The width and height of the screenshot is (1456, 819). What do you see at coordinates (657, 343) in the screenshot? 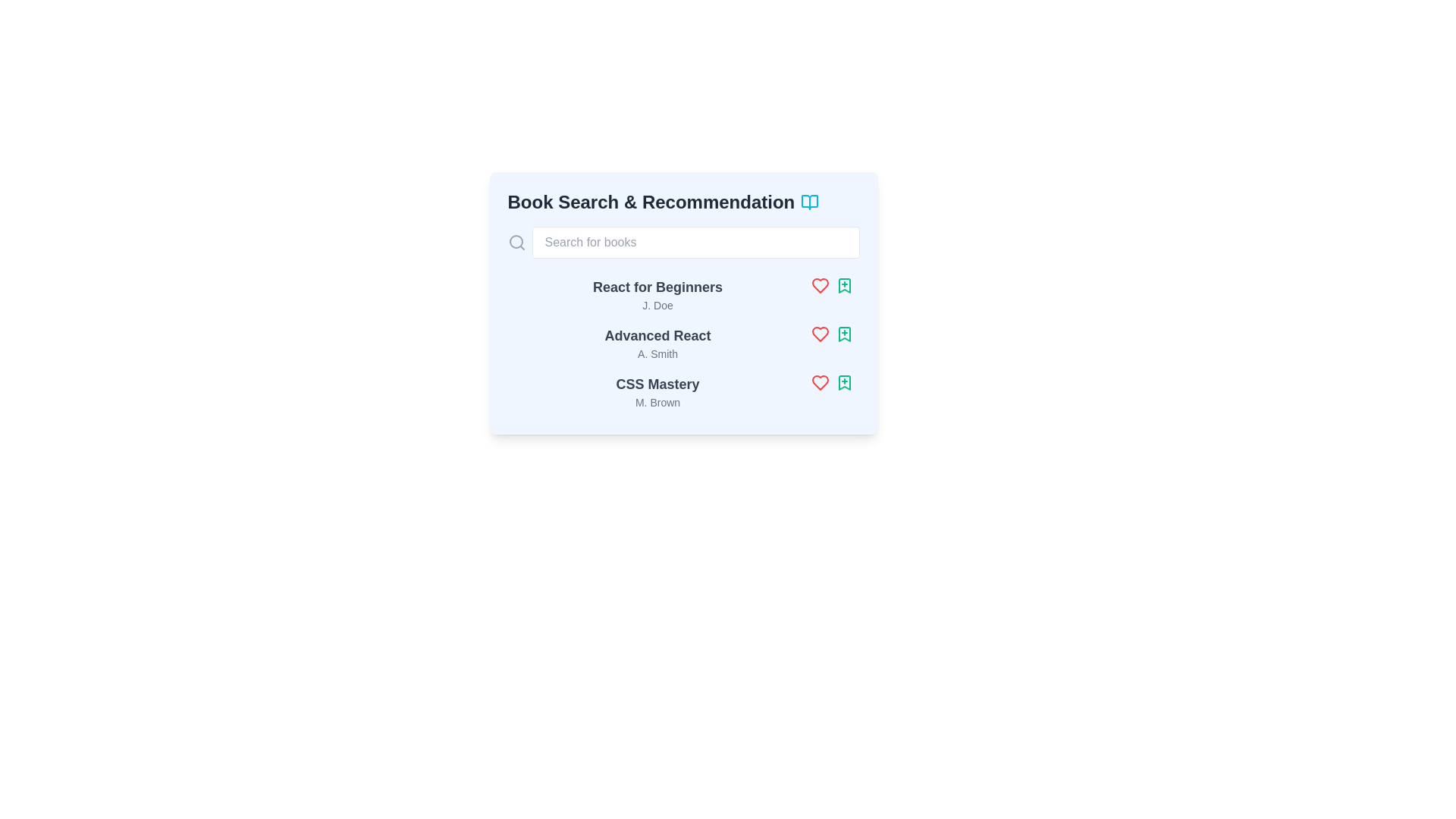
I see `the second list item that provides details about a book, located between 'React for Beginners' and 'CSS Mastery'` at bounding box center [657, 343].